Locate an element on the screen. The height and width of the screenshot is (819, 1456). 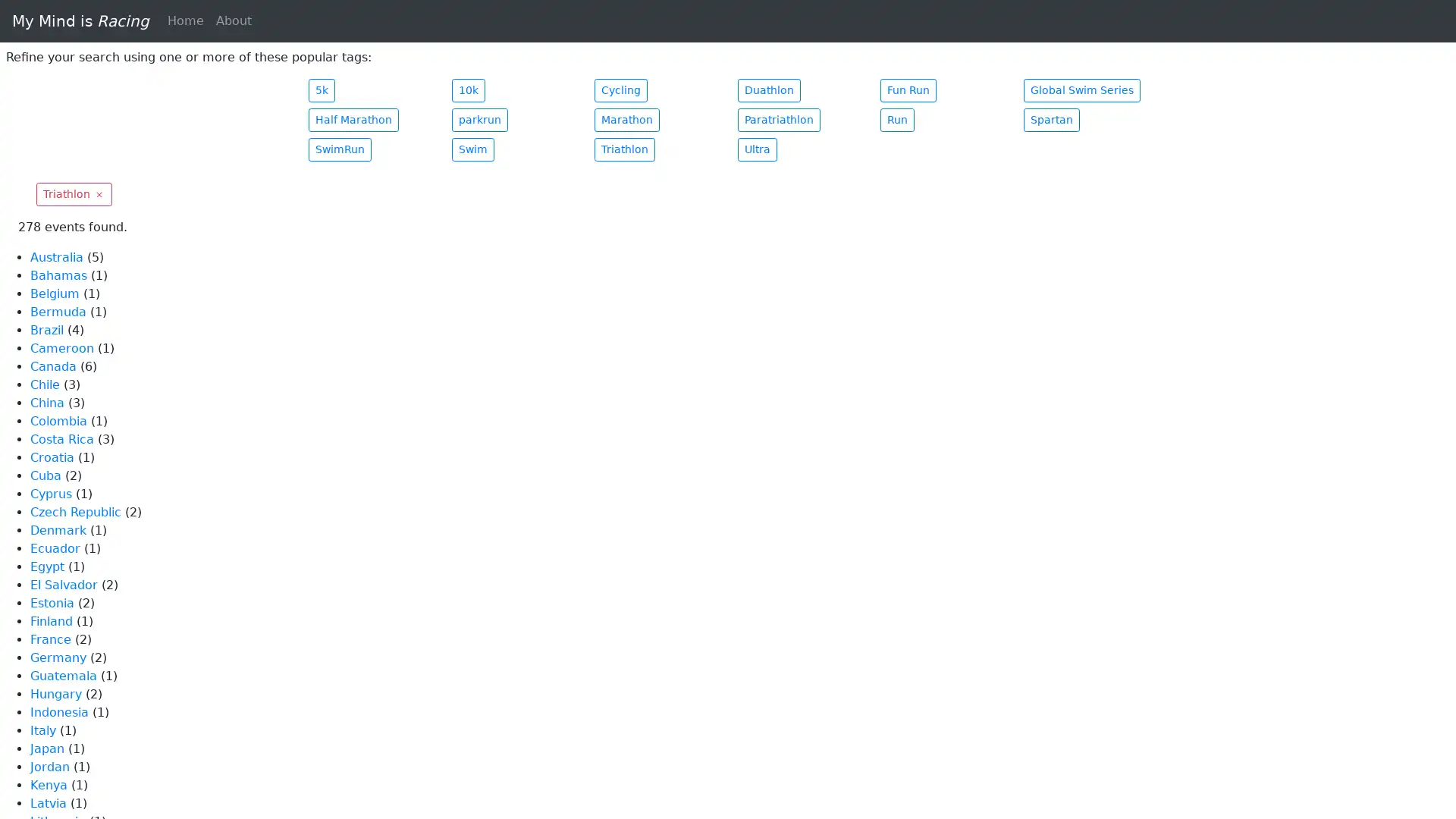
Ultra is located at coordinates (757, 149).